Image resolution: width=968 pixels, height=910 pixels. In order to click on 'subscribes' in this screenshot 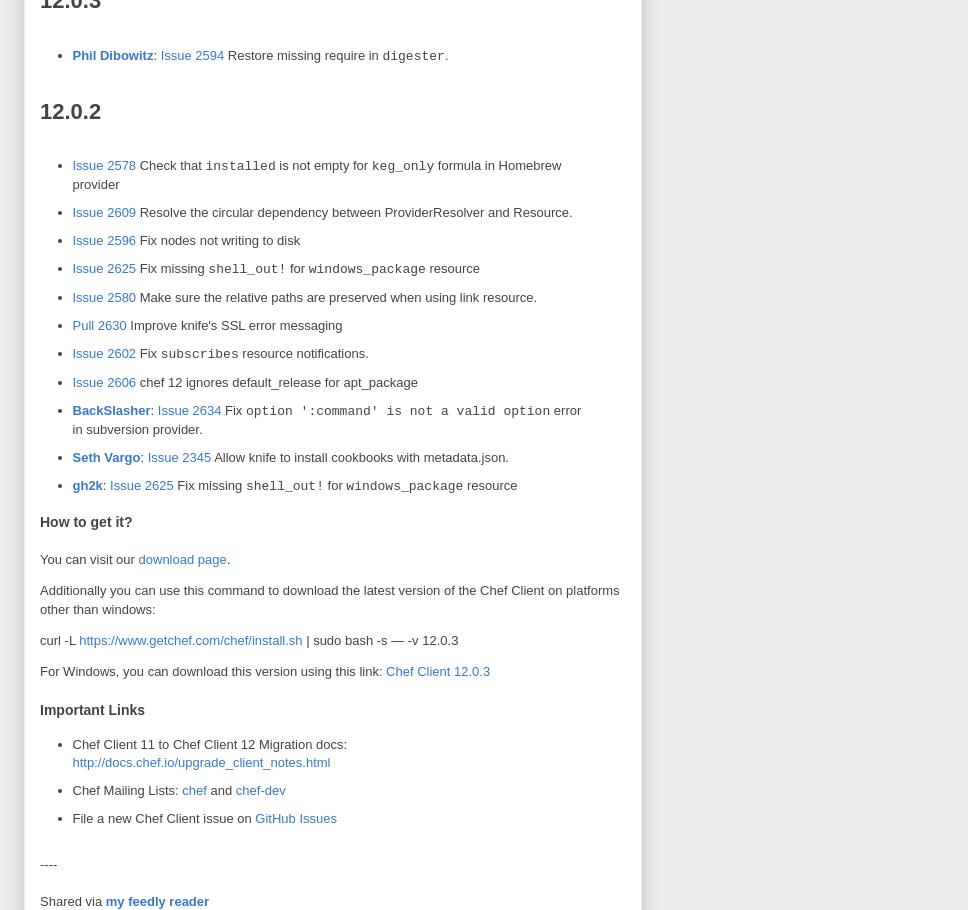, I will do `click(199, 352)`.